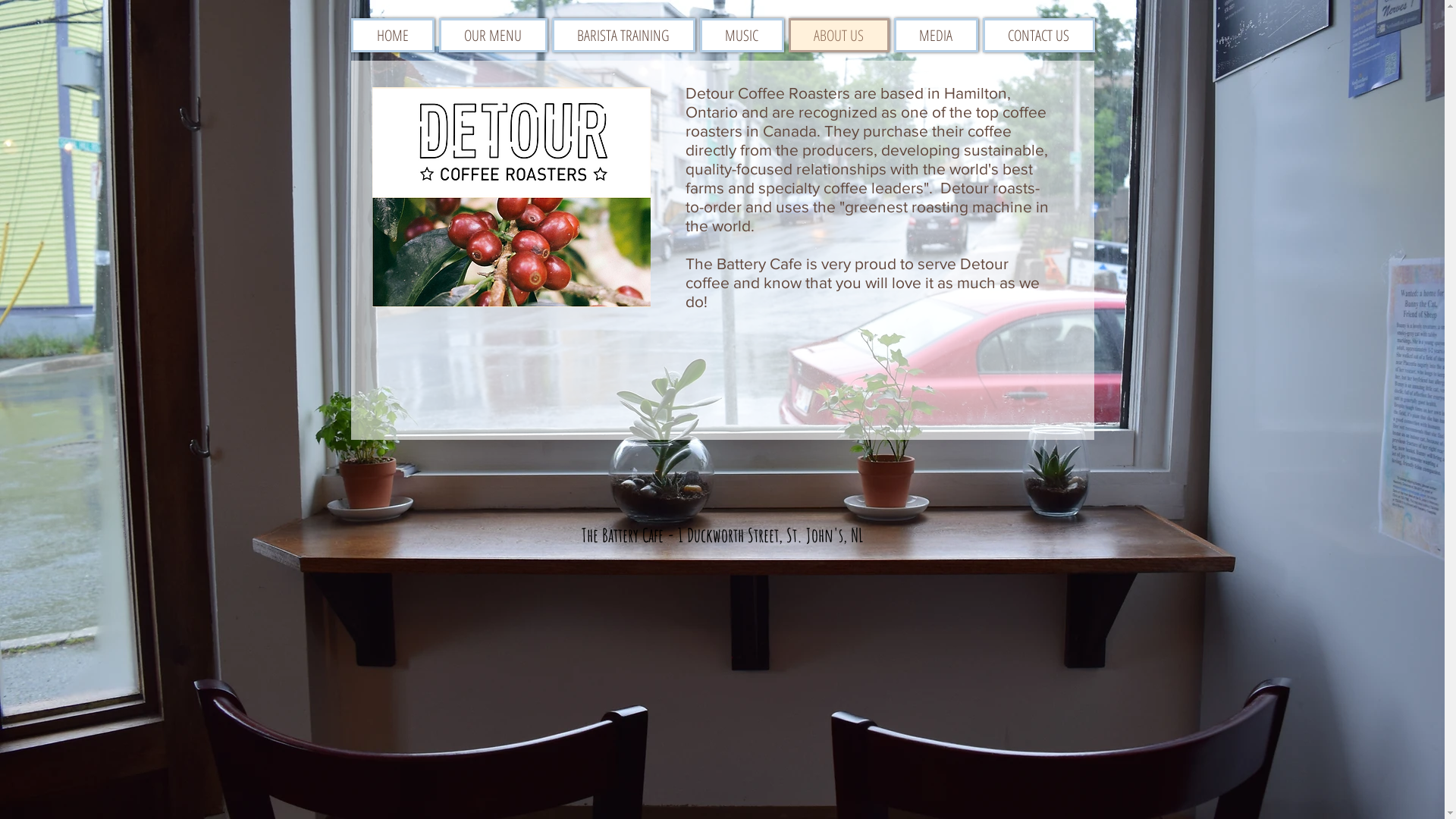 Image resolution: width=1456 pixels, height=819 pixels. Describe the element at coordinates (623, 34) in the screenshot. I see `'BARISTA TRAINING'` at that location.